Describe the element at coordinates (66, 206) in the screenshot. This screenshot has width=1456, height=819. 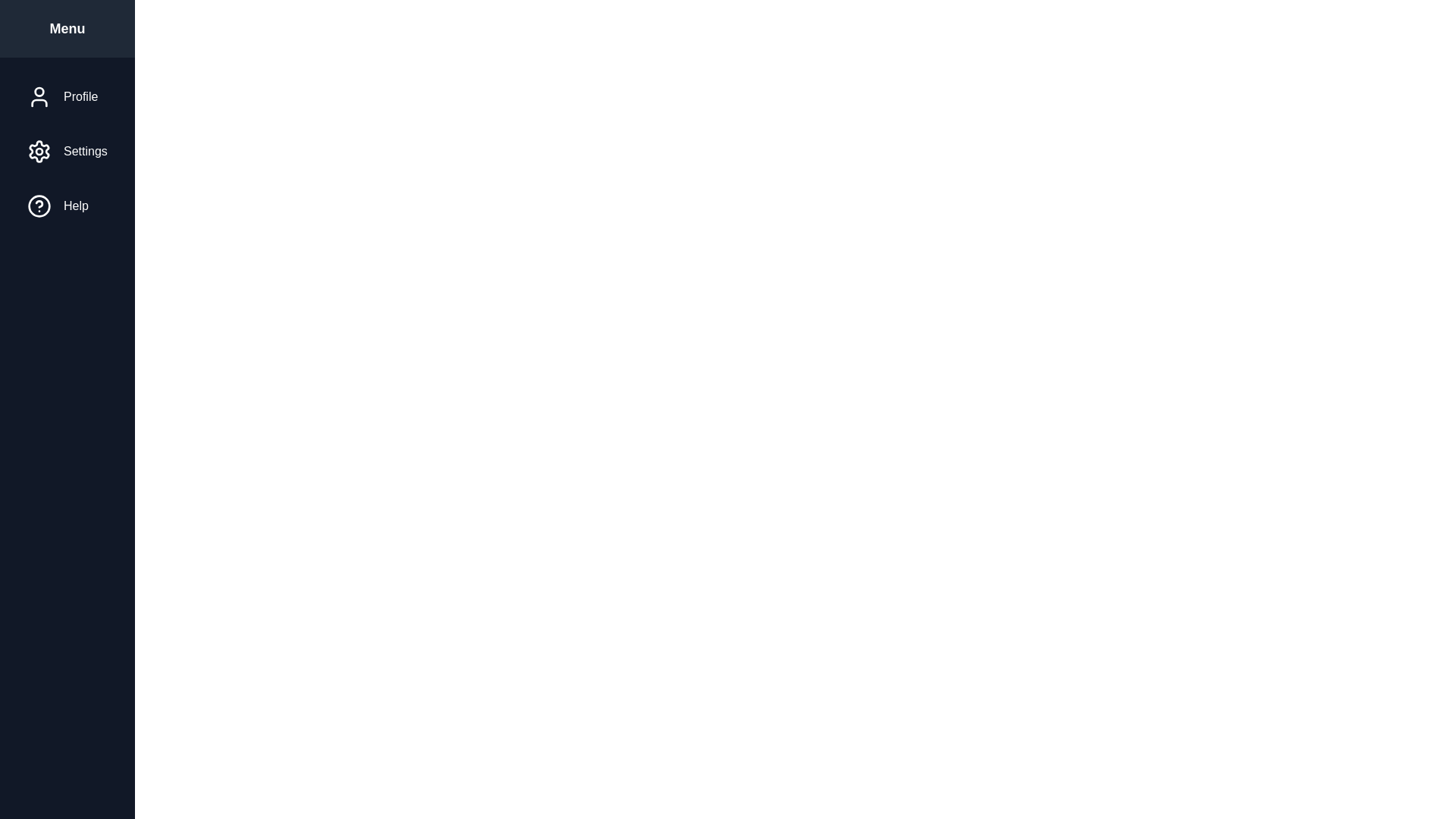
I see `the menu option Help to highlight it` at that location.